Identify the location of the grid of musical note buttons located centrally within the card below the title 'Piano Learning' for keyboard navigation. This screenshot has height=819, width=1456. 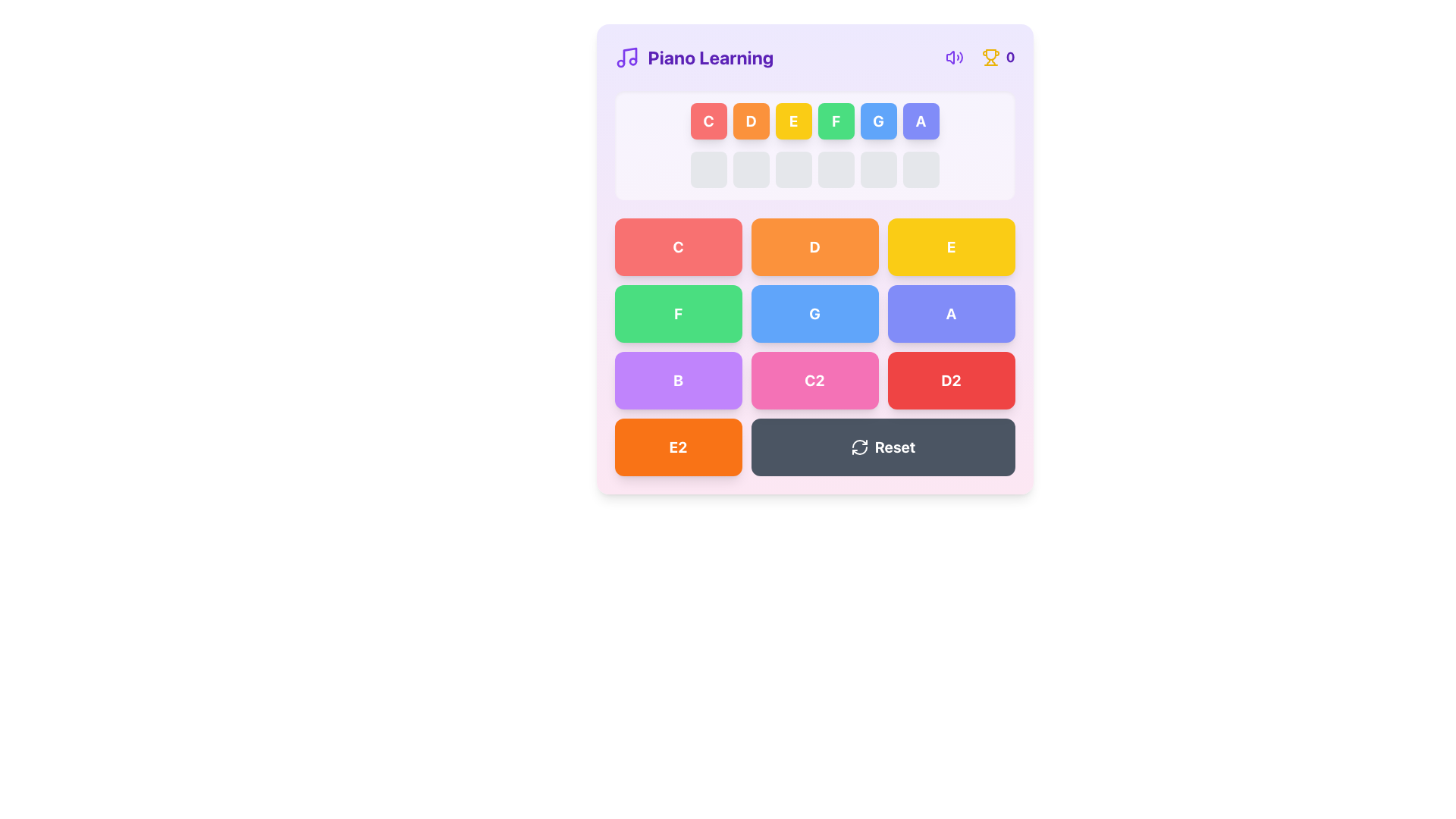
(814, 347).